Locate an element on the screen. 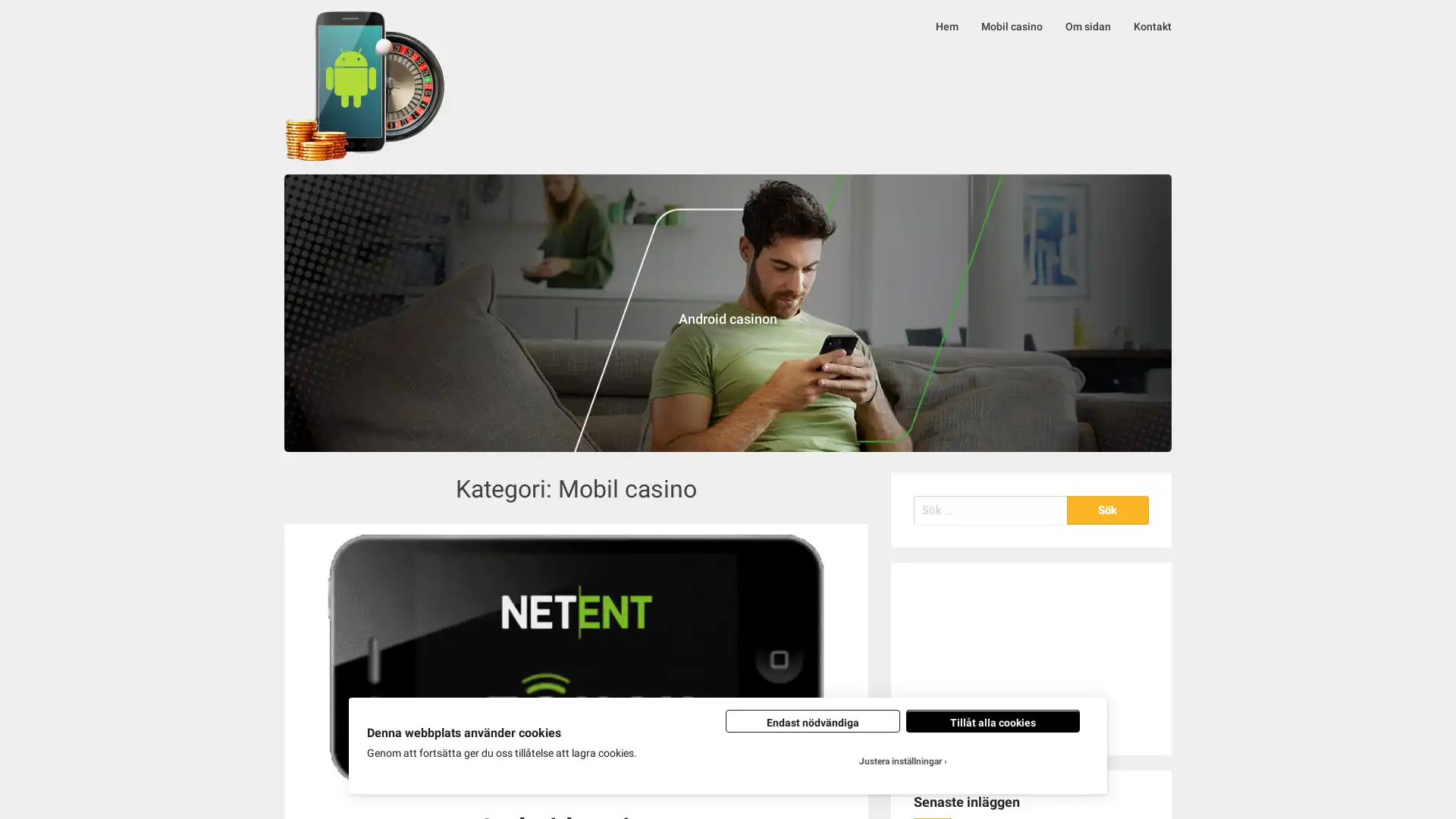 The height and width of the screenshot is (819, 1456). Sok is located at coordinates (1106, 510).